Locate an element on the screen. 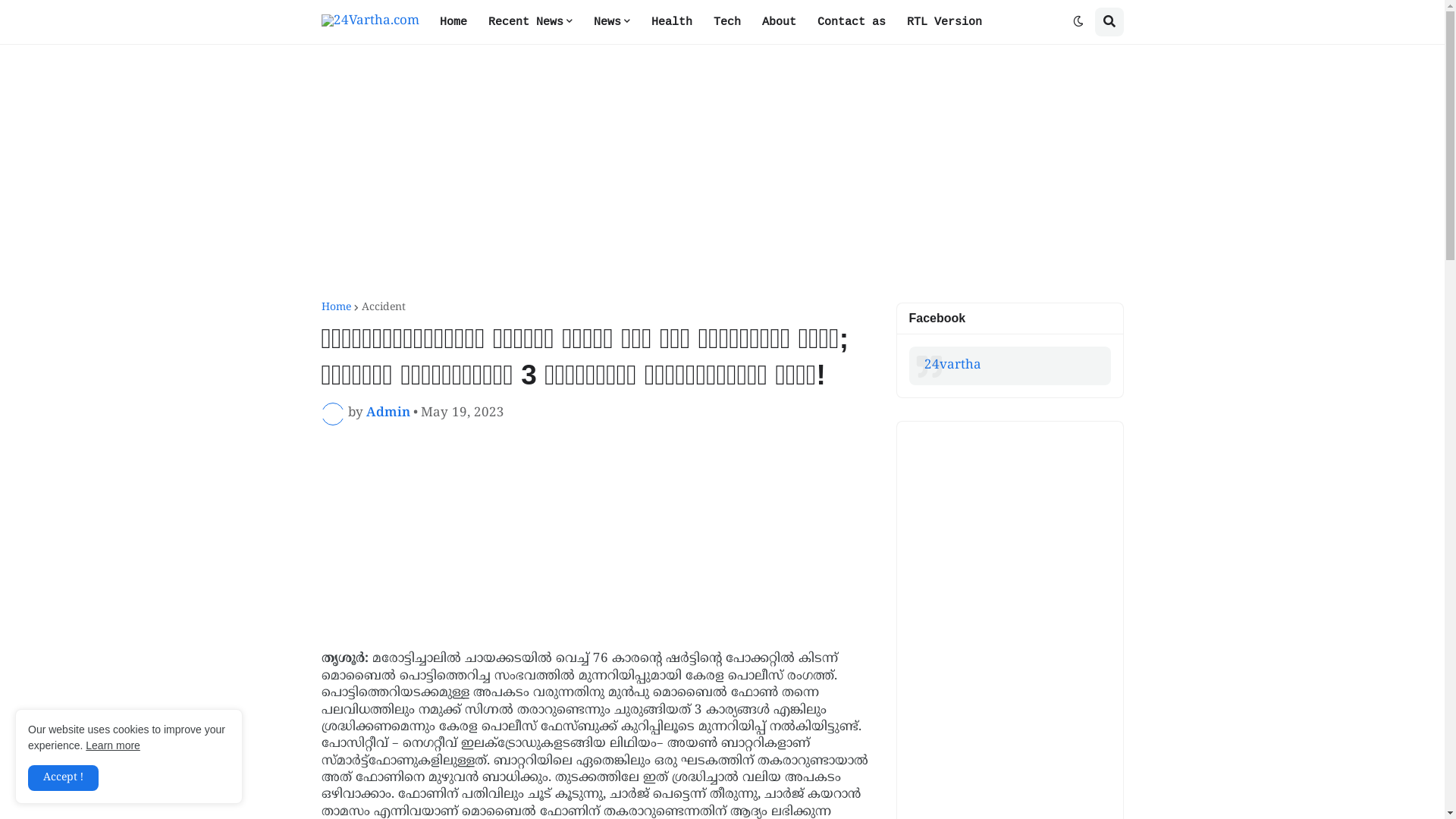 The height and width of the screenshot is (819, 1456). 'Health' is located at coordinates (670, 22).